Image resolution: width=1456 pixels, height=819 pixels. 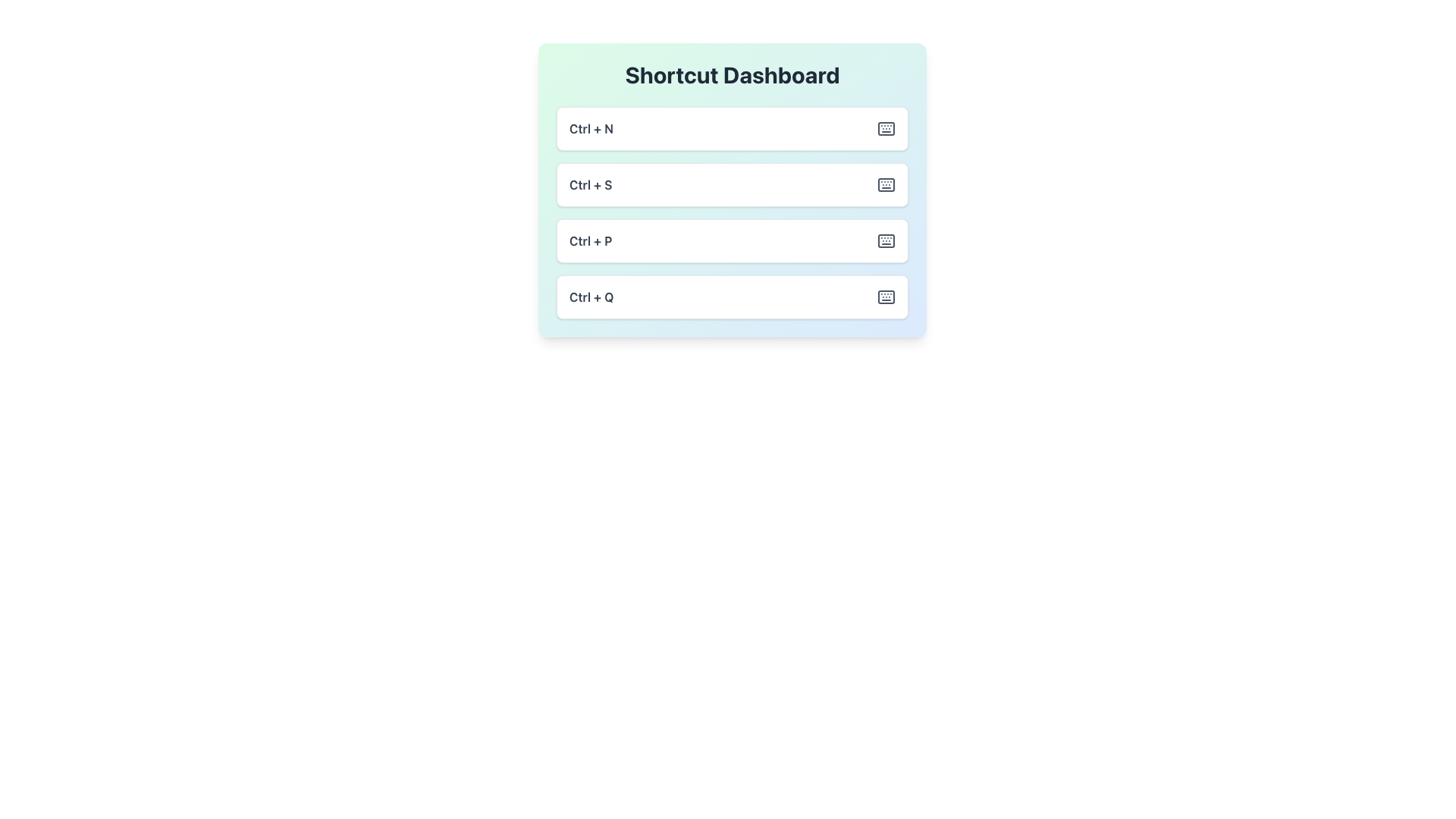 What do you see at coordinates (886, 127) in the screenshot?
I see `the icon located to the right of the 'Ctrl + N' shortcut in the Shortcut Dashboard` at bounding box center [886, 127].